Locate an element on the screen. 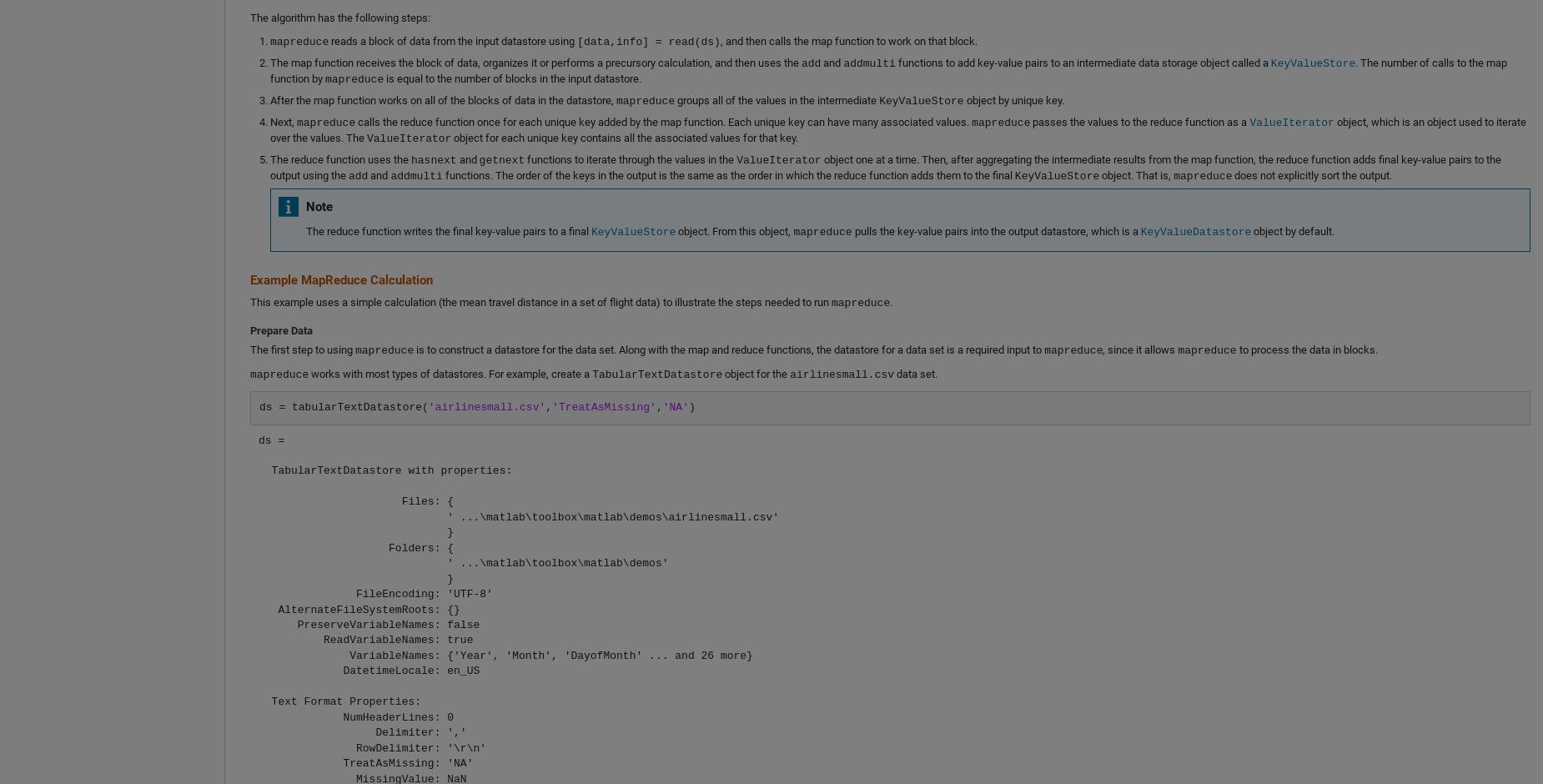 The image size is (1543, 784). 'ds = tabularTextDatastore(' is located at coordinates (342, 407).